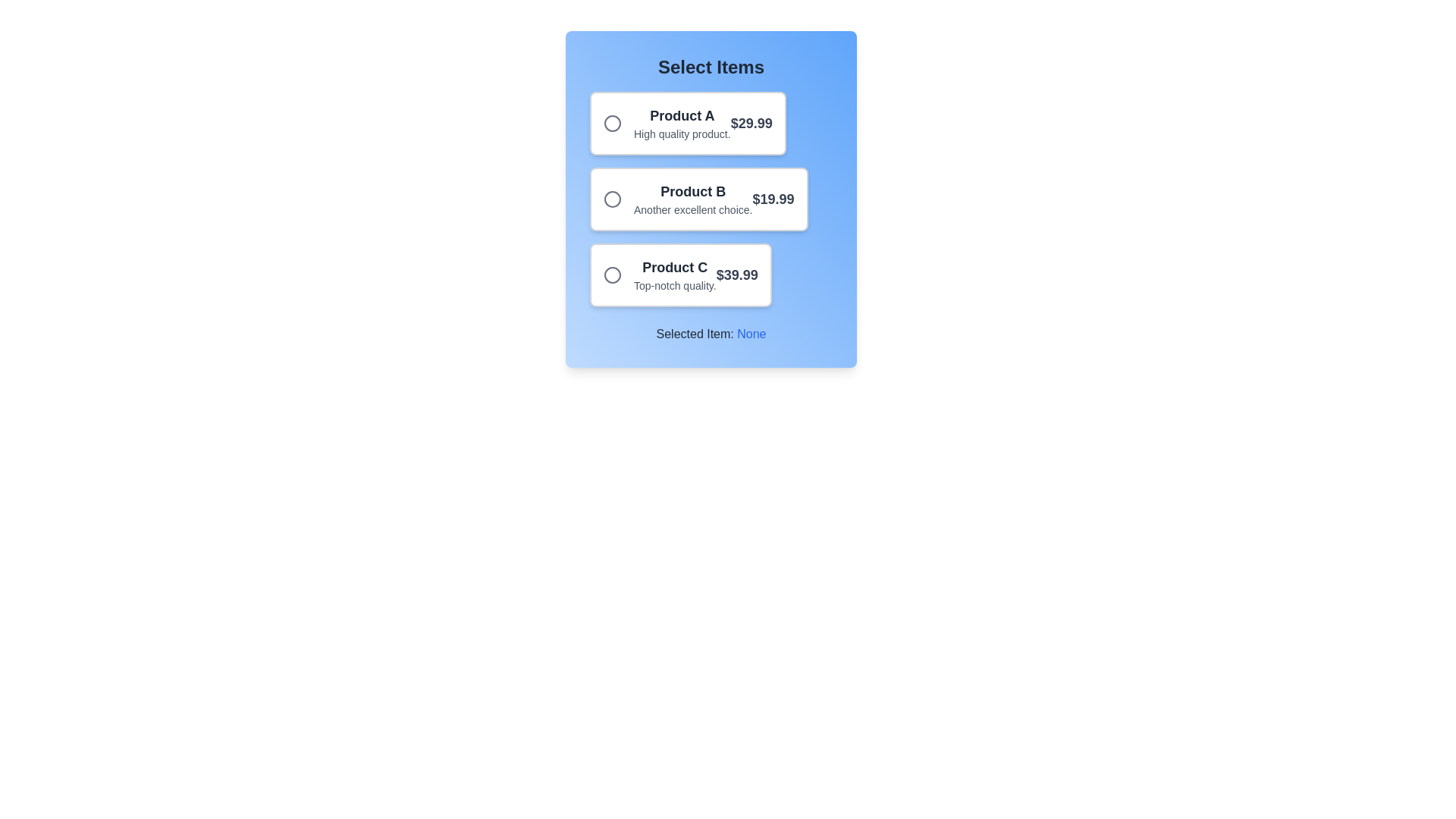 This screenshot has height=819, width=1456. I want to click on the text block that provides the title and description of 'Product C', which is located within the third card labeled 'Product C' with the description 'Top-notch quality.', so click(674, 275).